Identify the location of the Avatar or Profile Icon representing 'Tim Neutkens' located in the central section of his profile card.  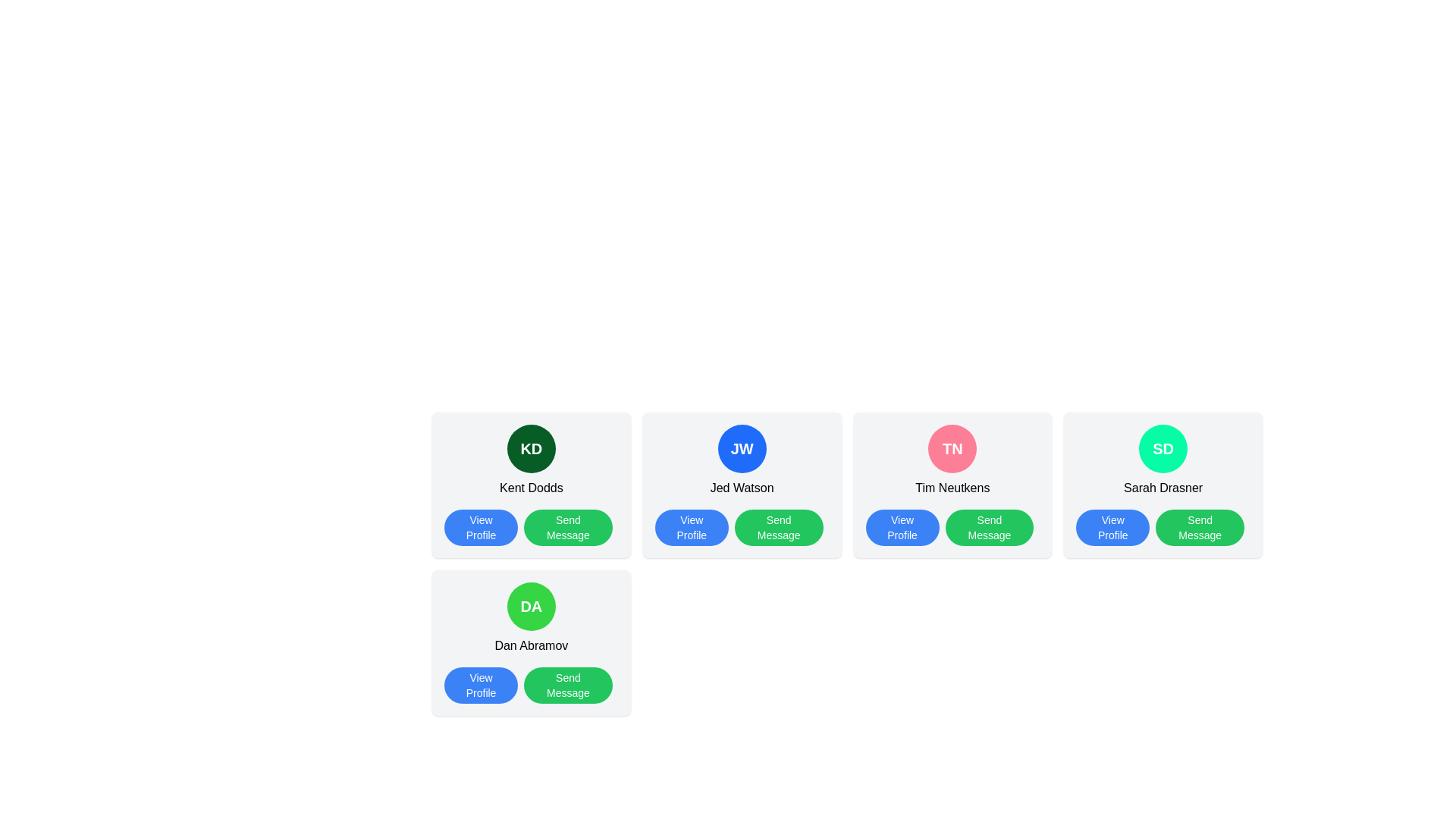
(952, 447).